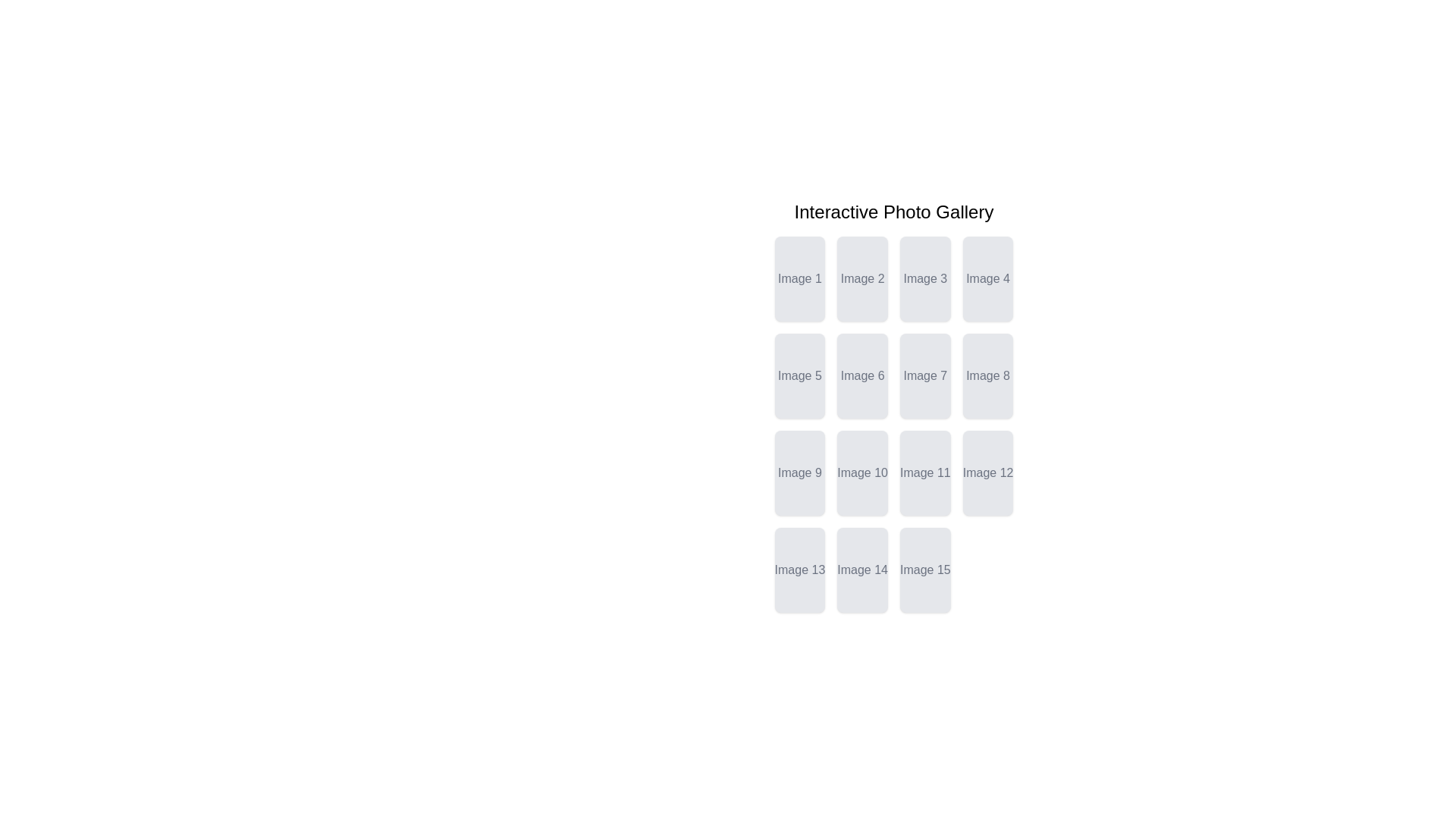 The height and width of the screenshot is (819, 1456). Describe the element at coordinates (862, 278) in the screenshot. I see `the card element displaying the label 'Image 2' in the grid layout, which is located in the first row and second column, adjacent to 'Image 1' and 'Image 3'` at that location.